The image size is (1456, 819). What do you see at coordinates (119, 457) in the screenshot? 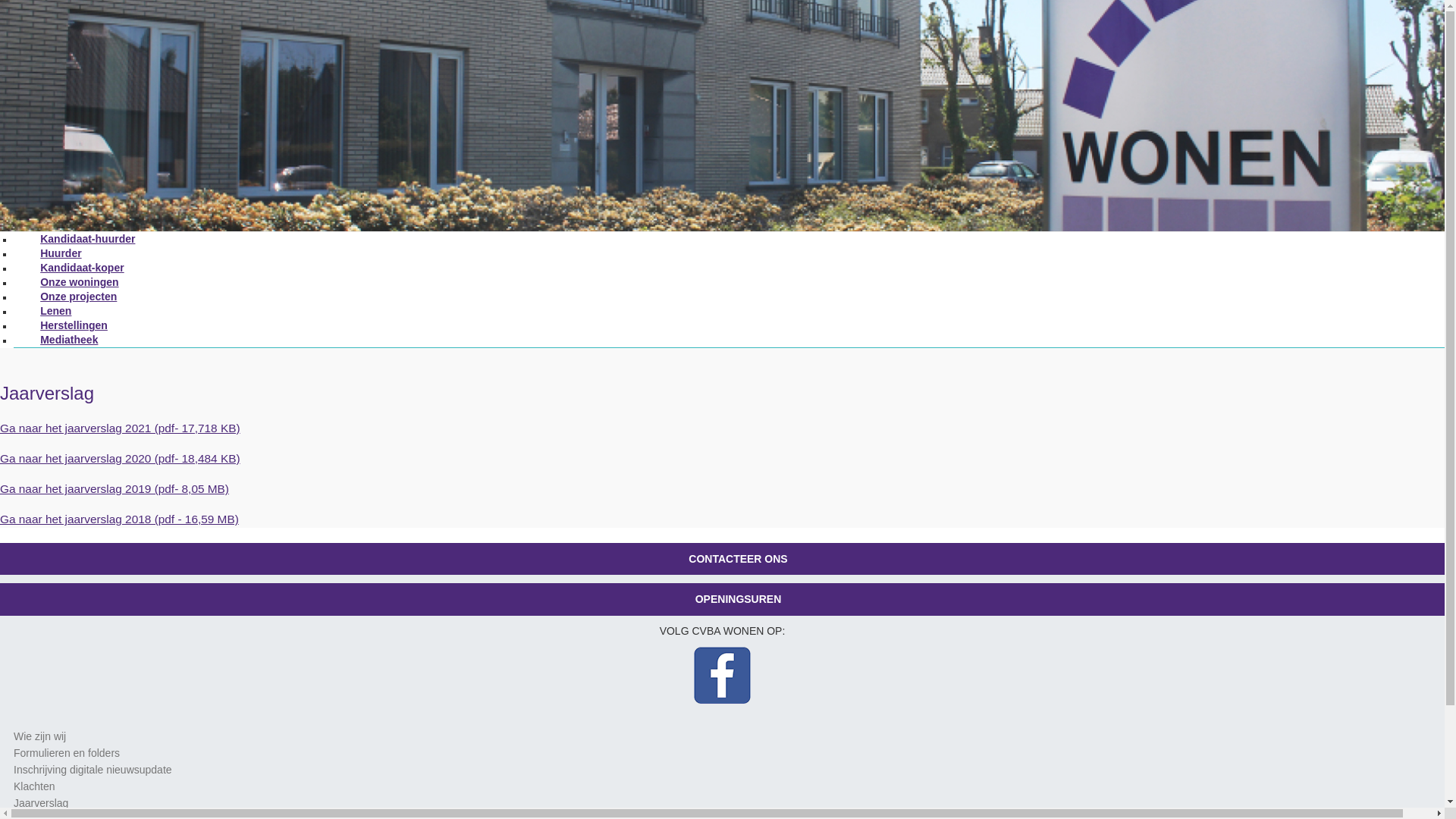
I see `'Ga naar het jaarverslag 2020 (pdf- 18,484 KB)'` at bounding box center [119, 457].